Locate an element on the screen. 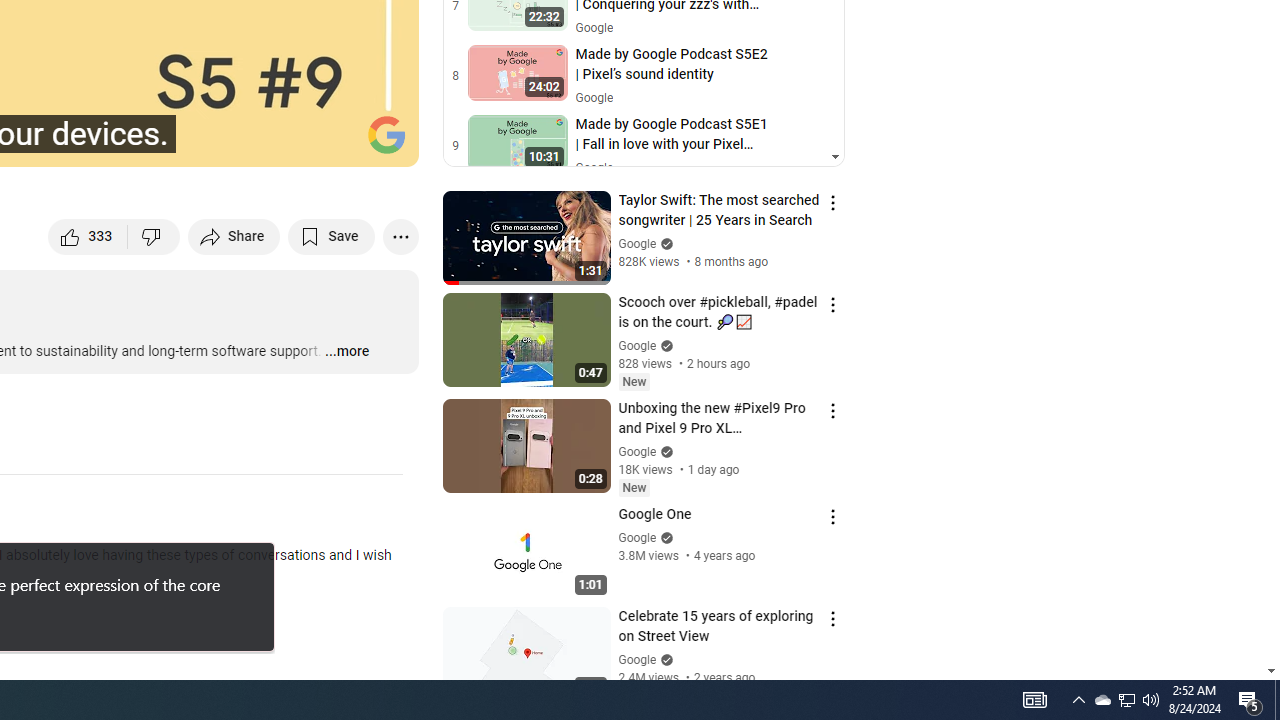 The width and height of the screenshot is (1280, 720). 'Channel watermark' is located at coordinates (386, 135).